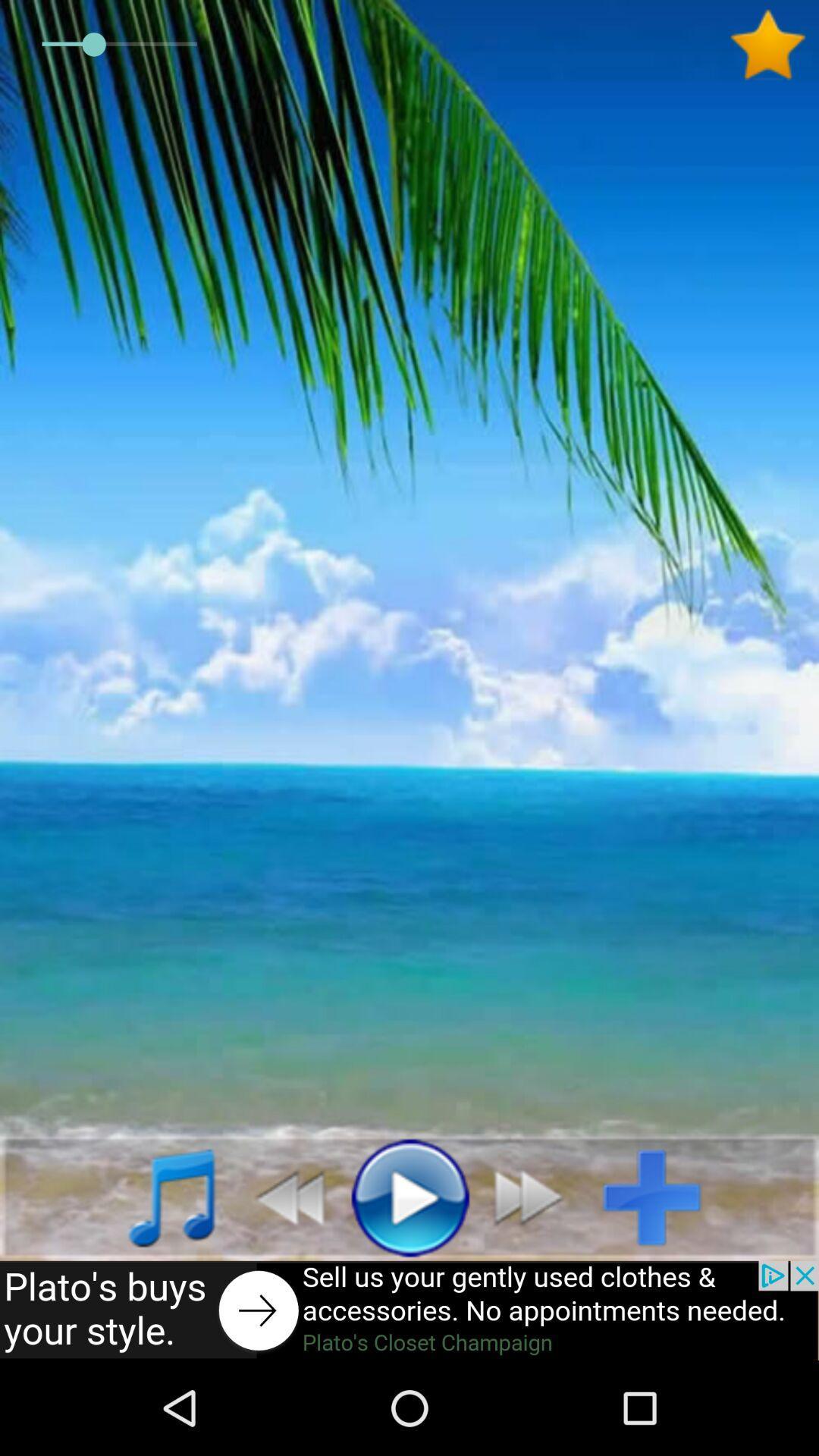  Describe the element at coordinates (773, 45) in the screenshot. I see `unfavourite this music` at that location.